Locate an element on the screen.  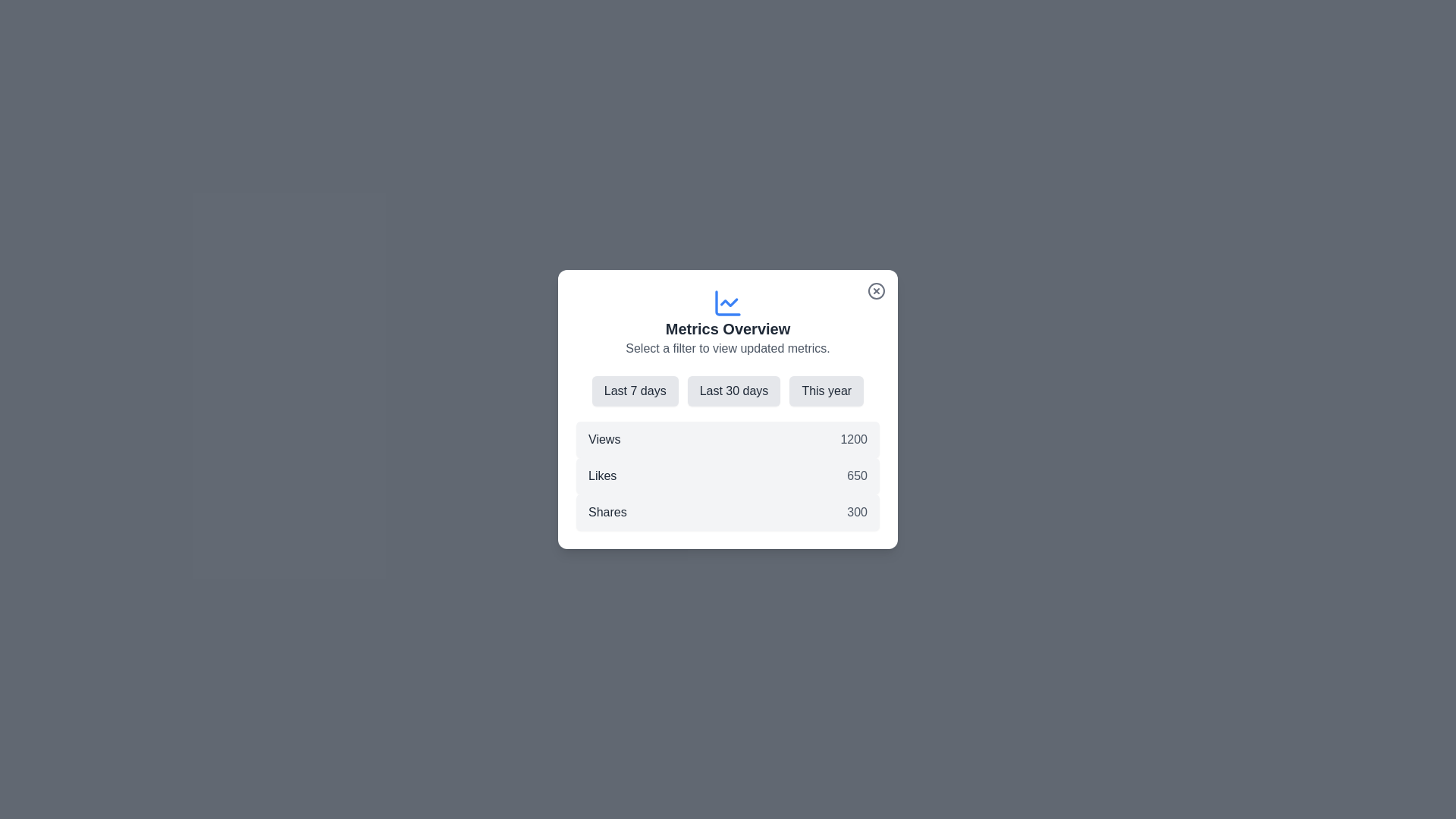
the chart icon to interact with it is located at coordinates (728, 303).